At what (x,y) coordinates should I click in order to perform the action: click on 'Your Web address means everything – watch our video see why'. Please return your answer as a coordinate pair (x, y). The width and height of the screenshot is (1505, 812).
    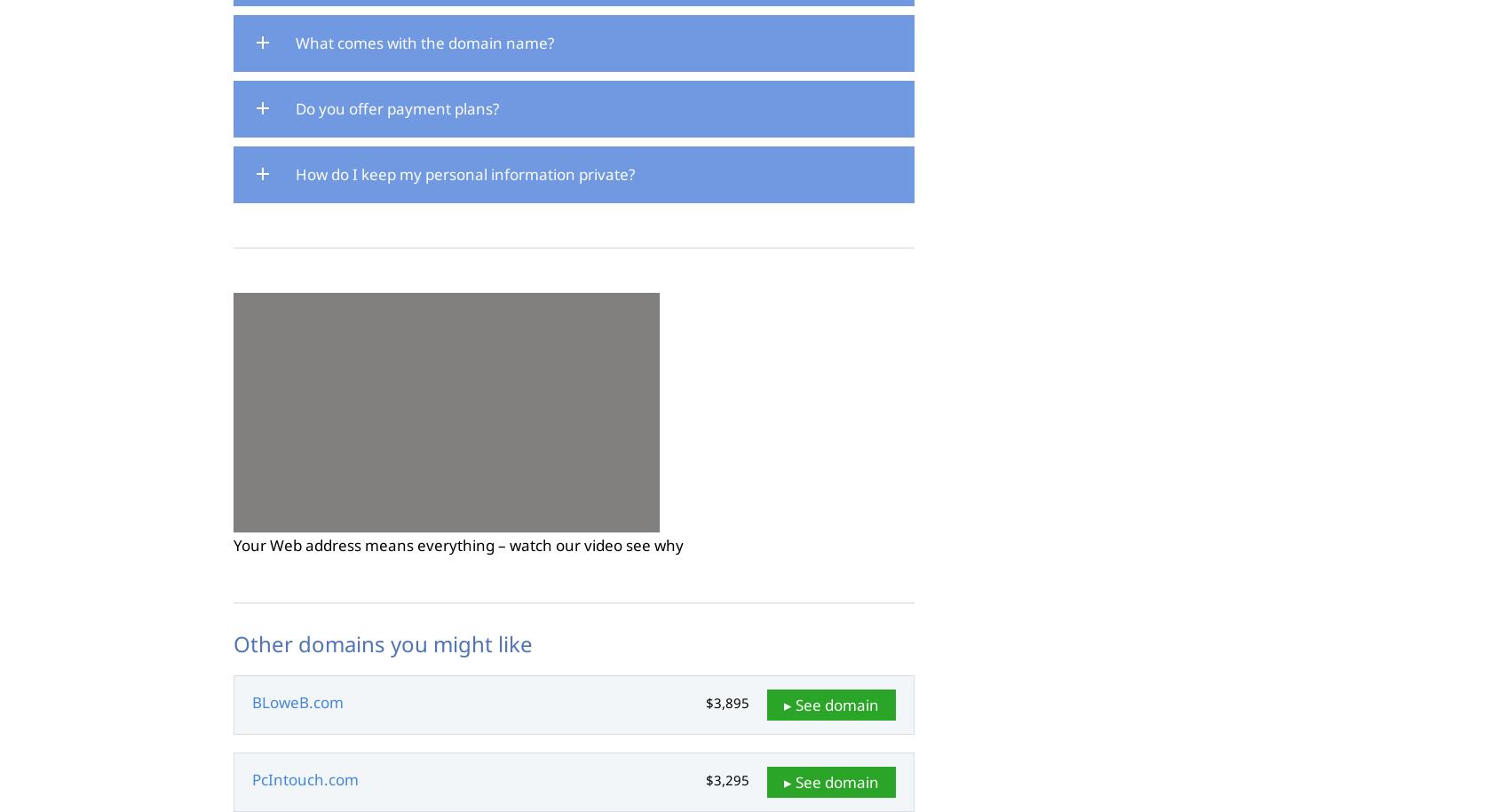
    Looking at the image, I should click on (456, 544).